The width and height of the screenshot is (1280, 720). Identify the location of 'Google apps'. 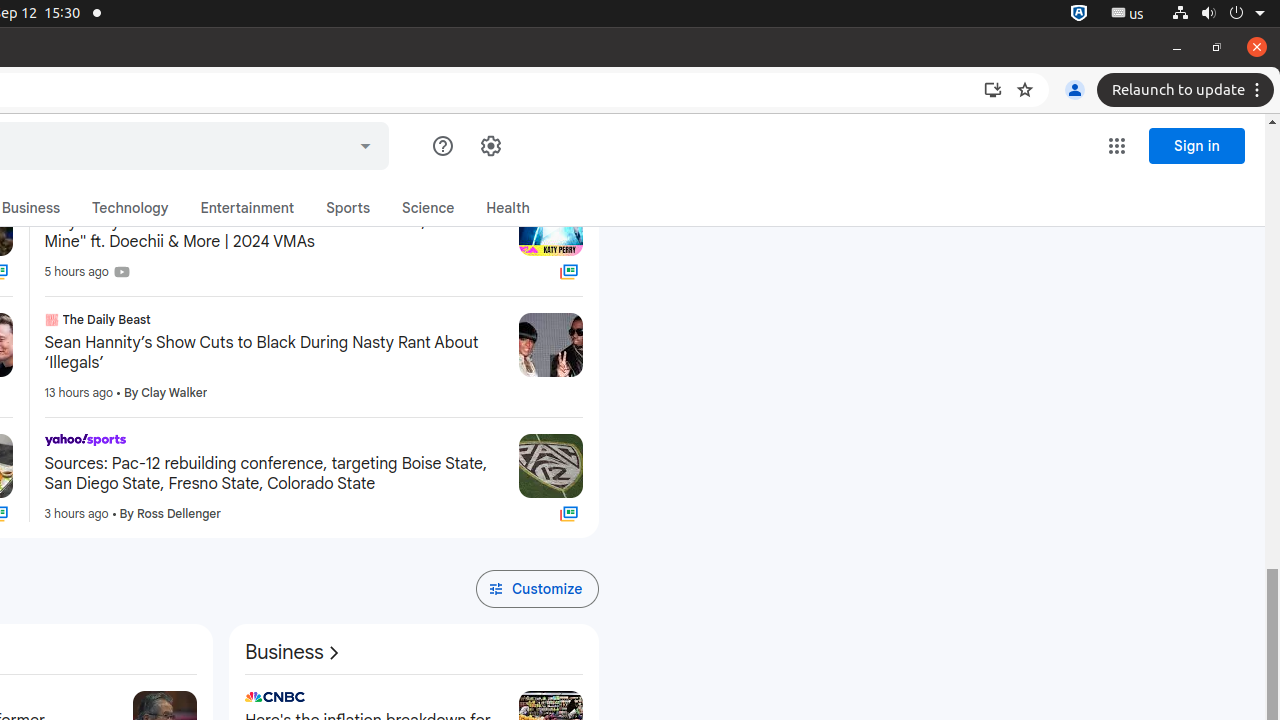
(1116, 145).